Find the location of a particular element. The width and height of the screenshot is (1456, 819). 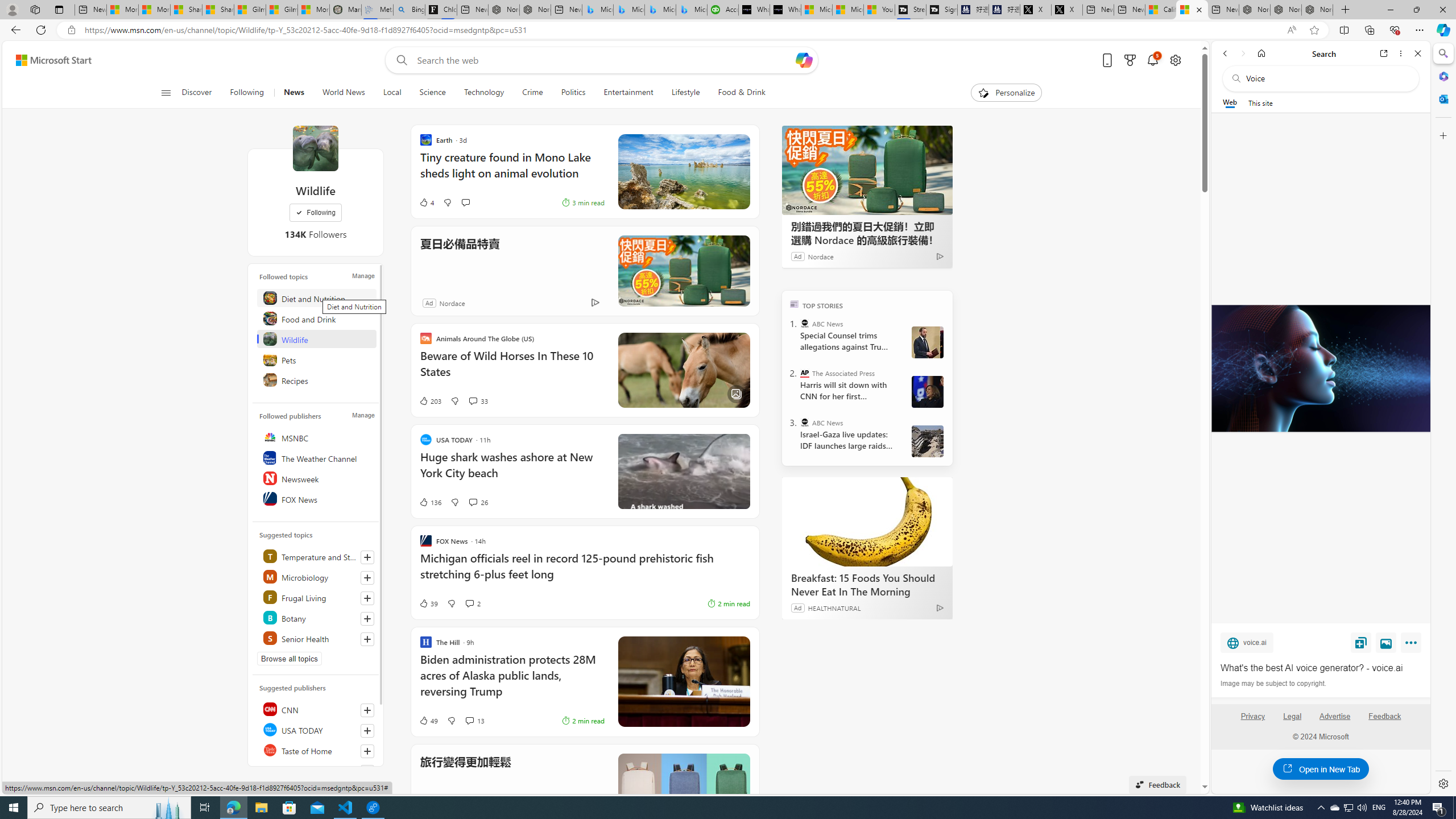

'View comments 13 Comment' is located at coordinates (474, 721).